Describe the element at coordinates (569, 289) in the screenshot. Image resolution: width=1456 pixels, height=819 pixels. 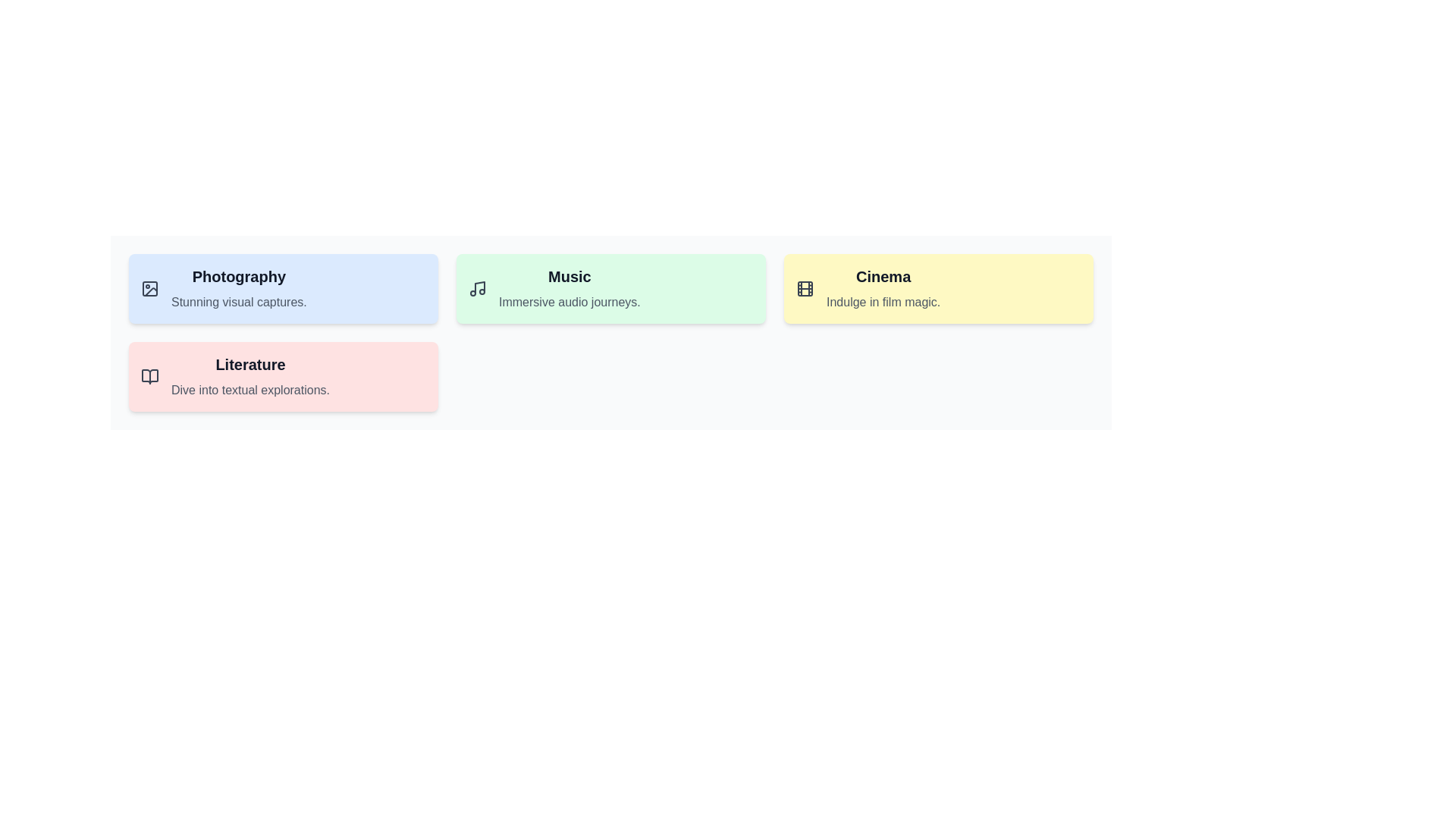
I see `the Text Display element that features the heading 'Music' and the description 'Immersive audio journeys' for potential interaction effects` at that location.